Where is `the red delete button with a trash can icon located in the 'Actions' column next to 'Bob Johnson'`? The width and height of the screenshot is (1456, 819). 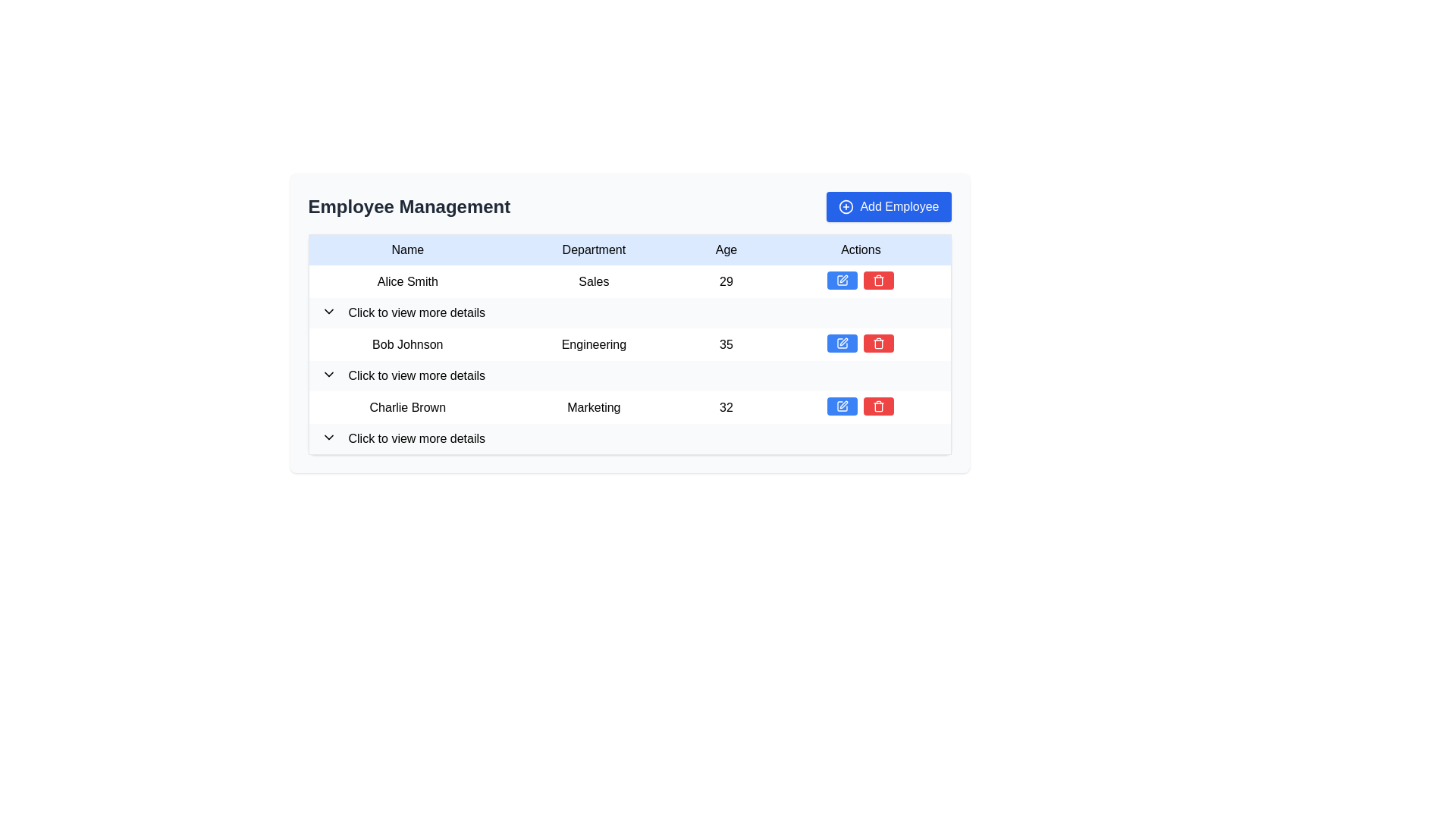 the red delete button with a trash can icon located in the 'Actions' column next to 'Bob Johnson' is located at coordinates (878, 343).